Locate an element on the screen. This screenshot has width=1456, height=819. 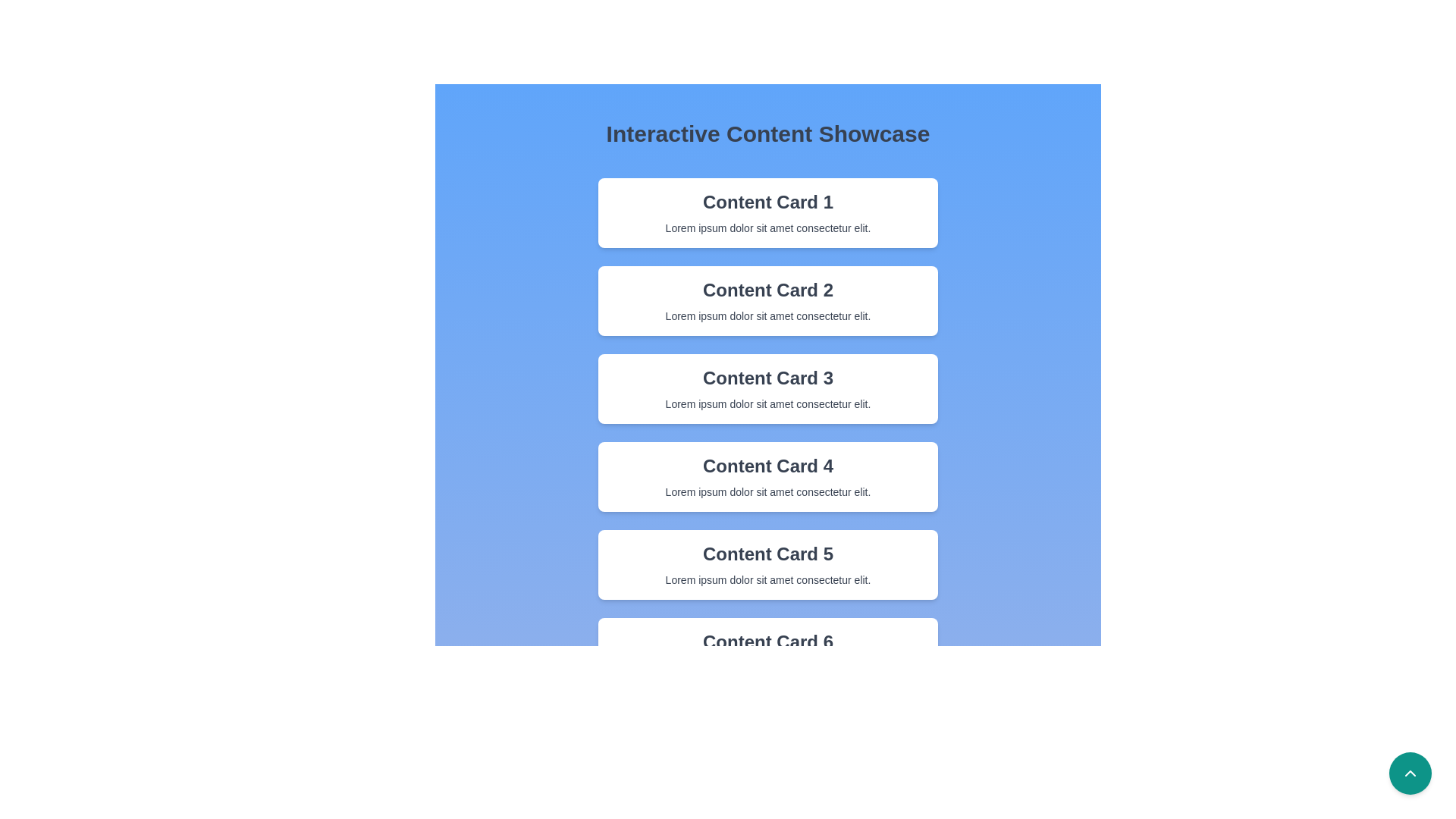
the prominent header text located at the top of the page, which is styled as a bold, large-sized title is located at coordinates (767, 133).